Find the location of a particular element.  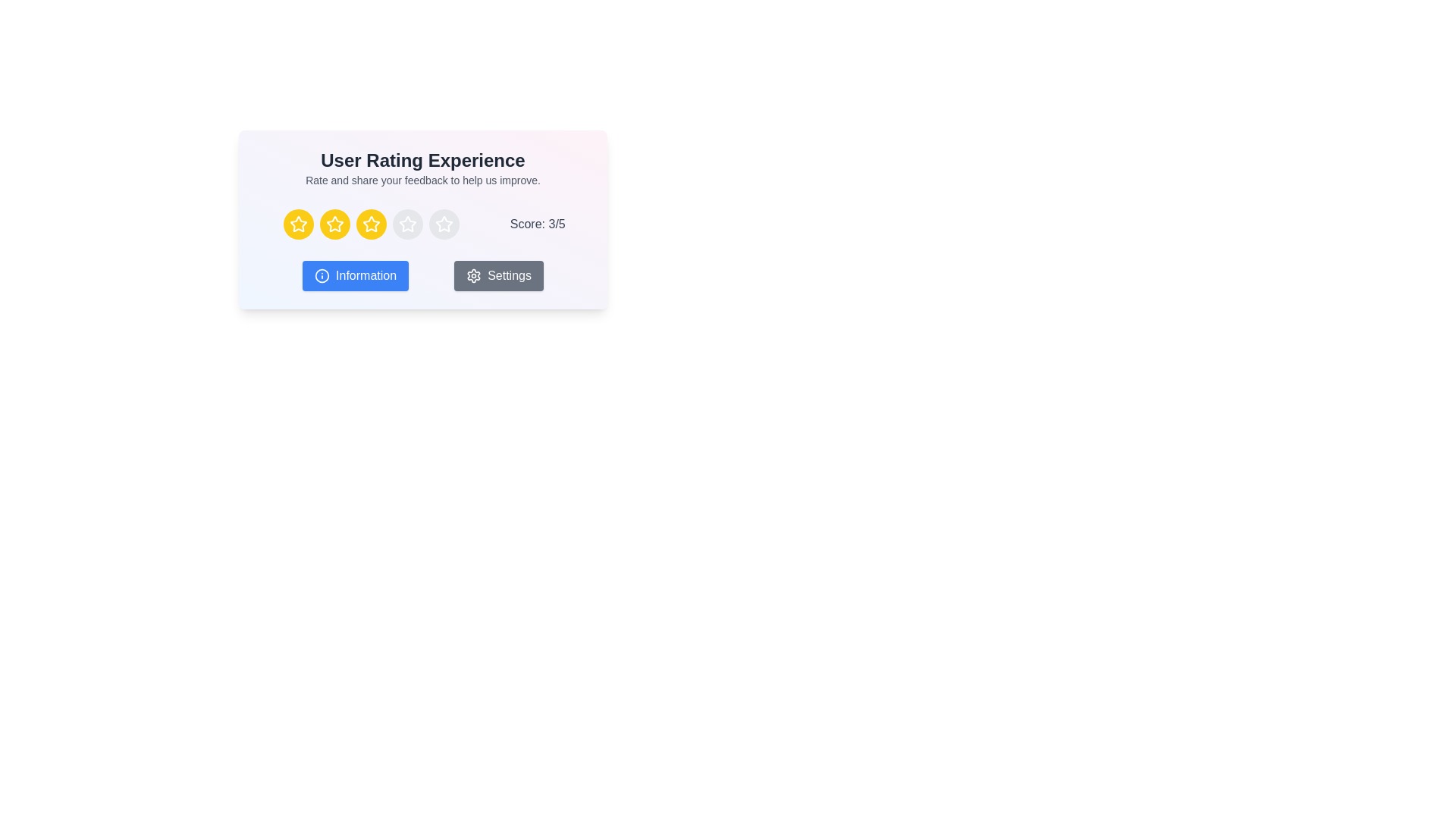

the 'Information' button is located at coordinates (355, 275).